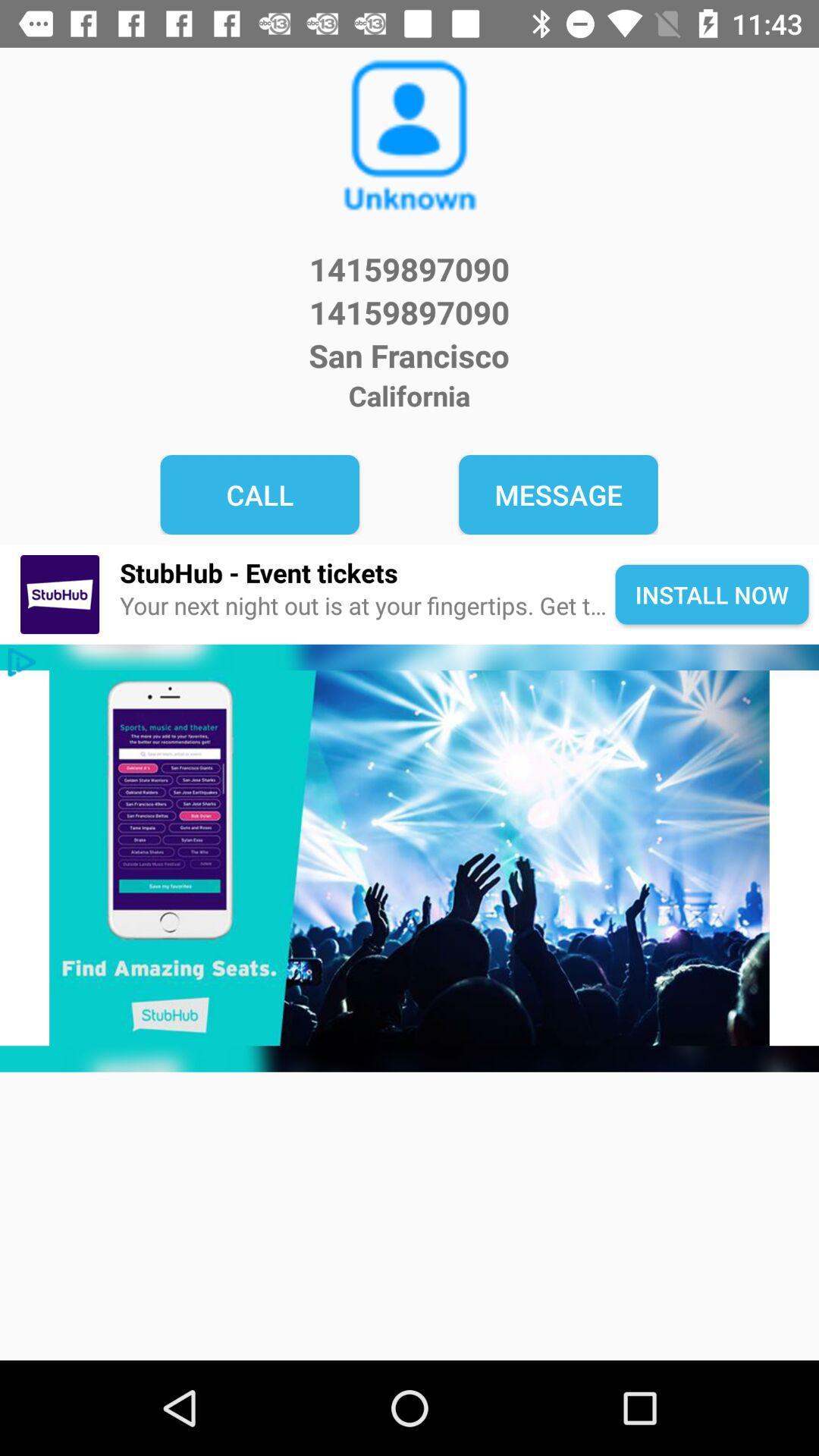 The width and height of the screenshot is (819, 1456). I want to click on install now icon, so click(711, 594).